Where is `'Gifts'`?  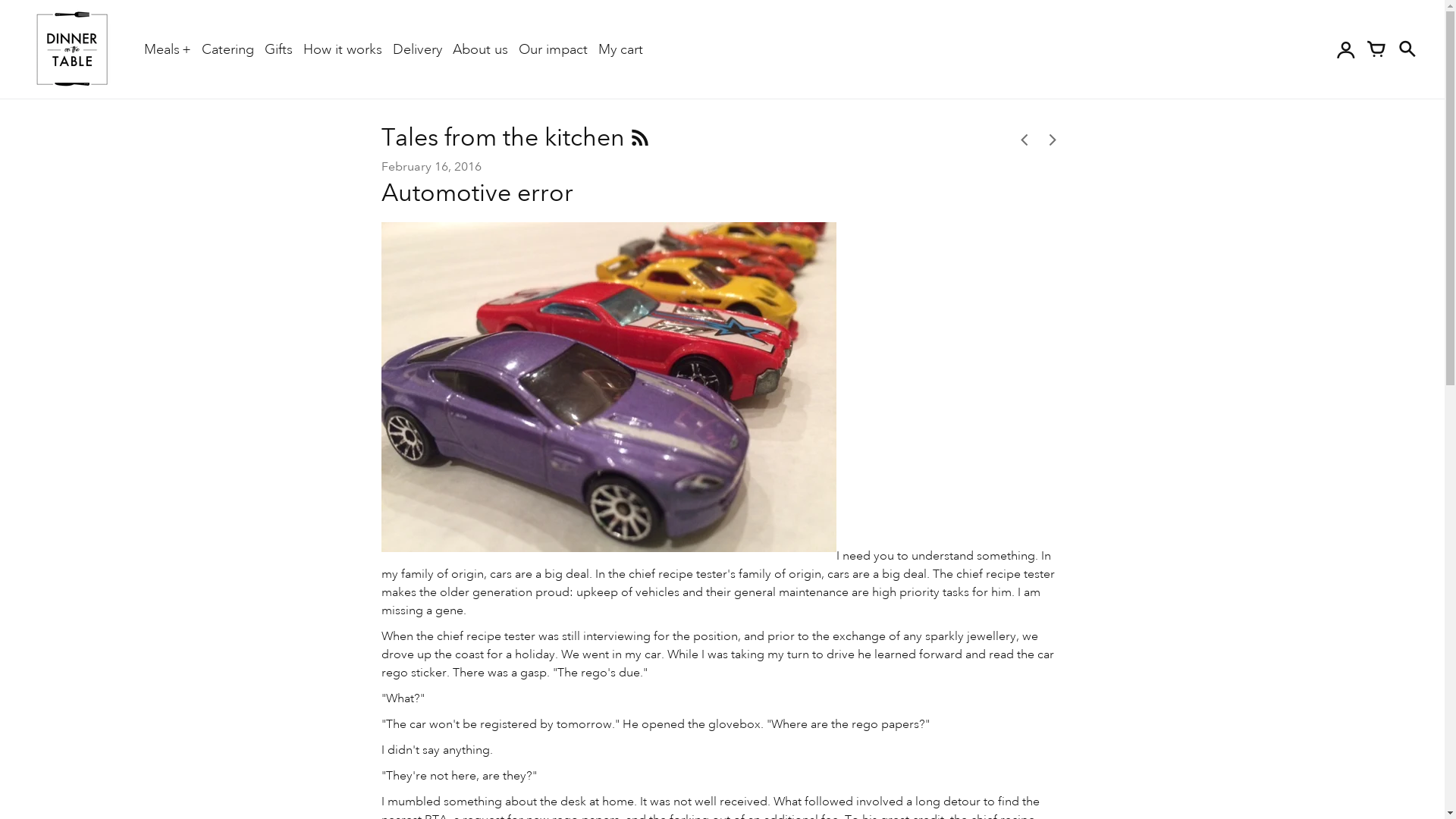
'Gifts' is located at coordinates (278, 48).